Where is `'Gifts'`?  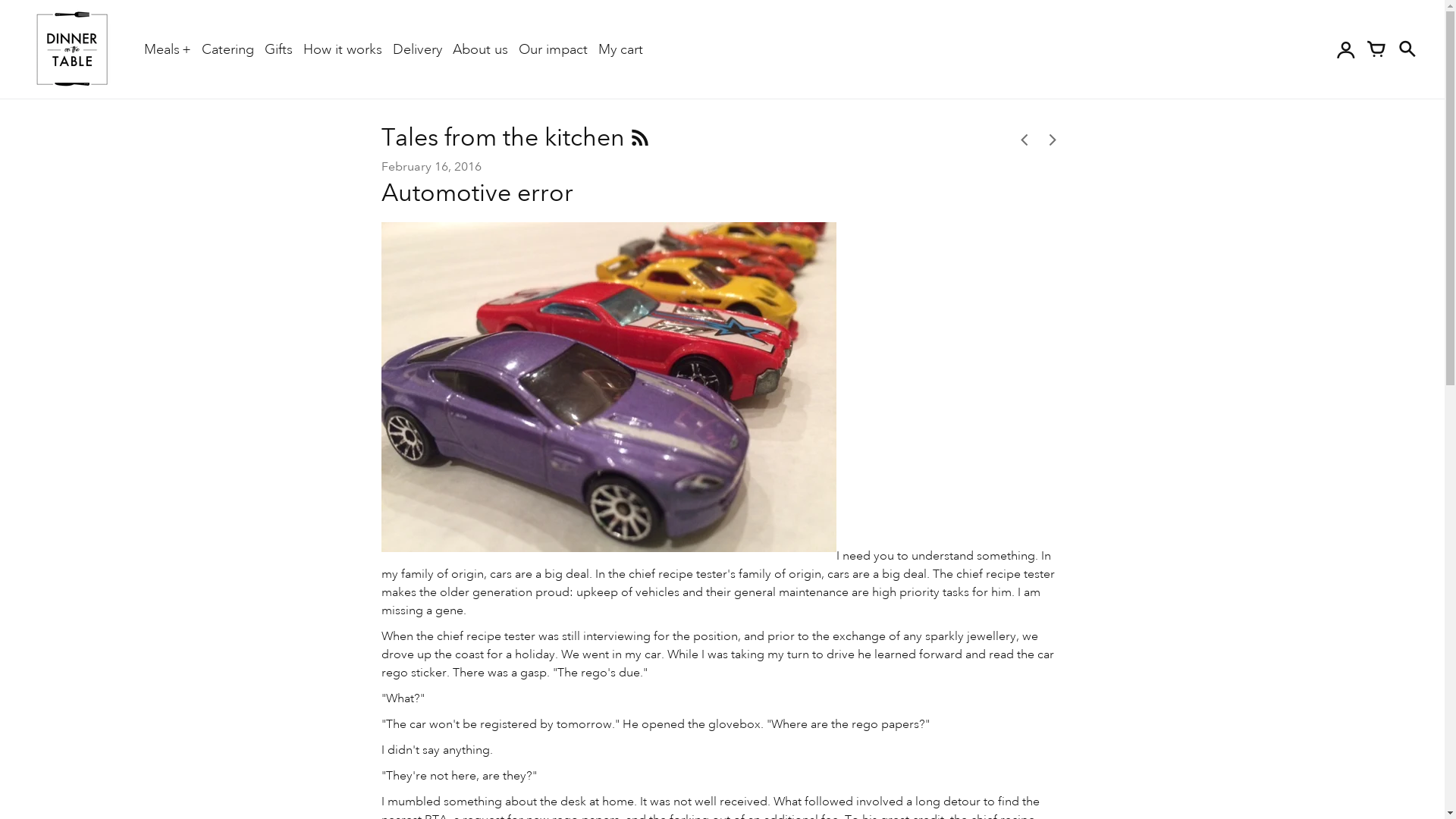
'Gifts' is located at coordinates (278, 48).